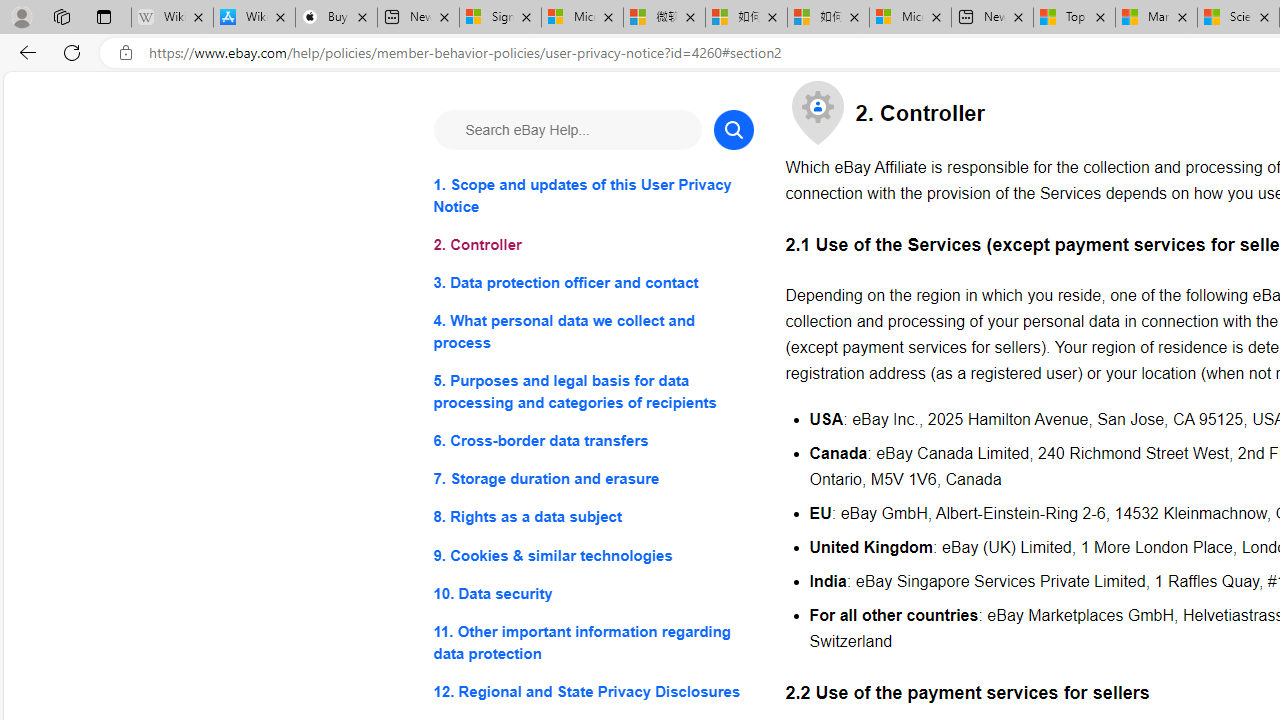  I want to click on '10. Data security', so click(592, 592).